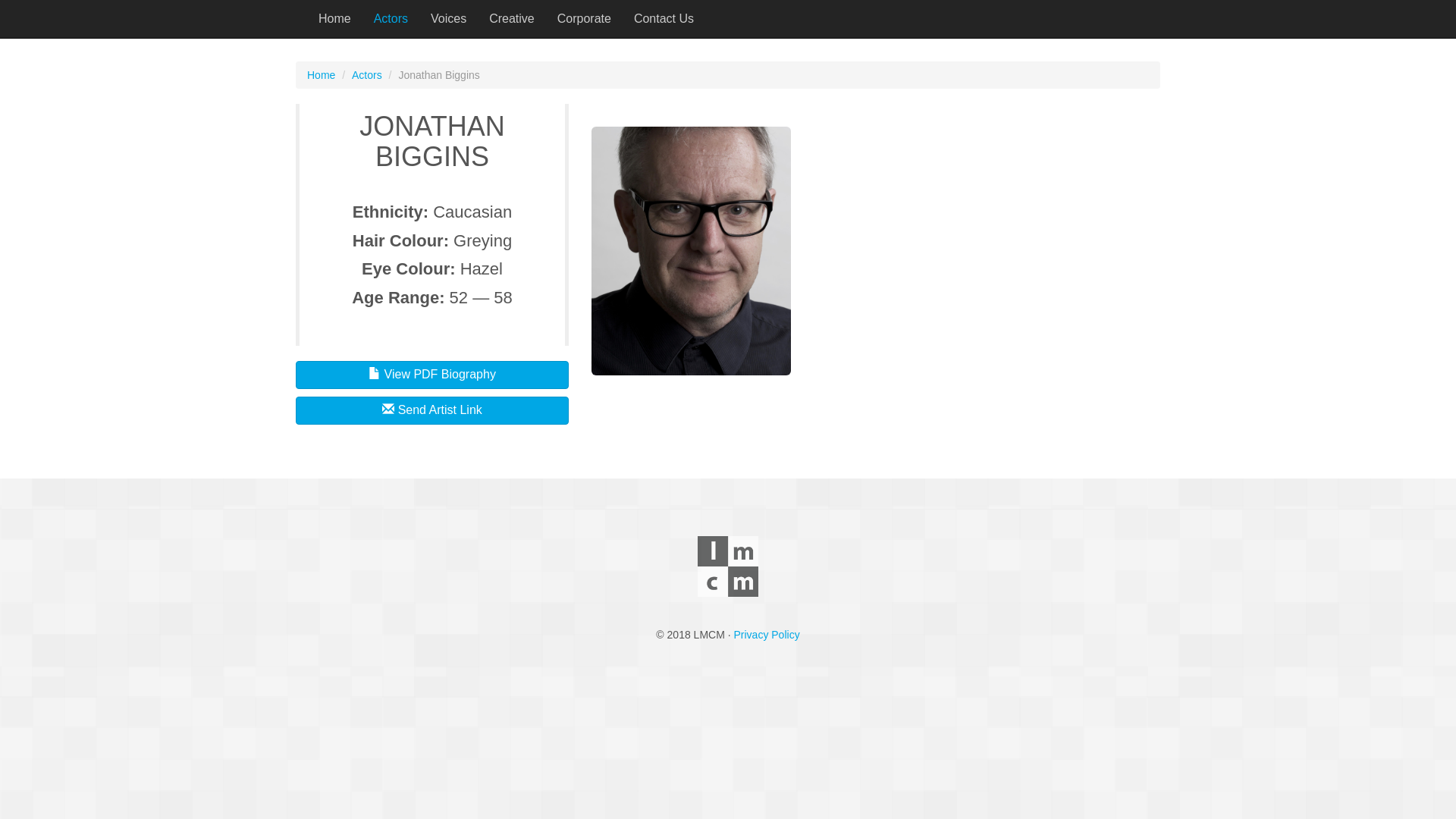  What do you see at coordinates (512, 18) in the screenshot?
I see `'Creative'` at bounding box center [512, 18].